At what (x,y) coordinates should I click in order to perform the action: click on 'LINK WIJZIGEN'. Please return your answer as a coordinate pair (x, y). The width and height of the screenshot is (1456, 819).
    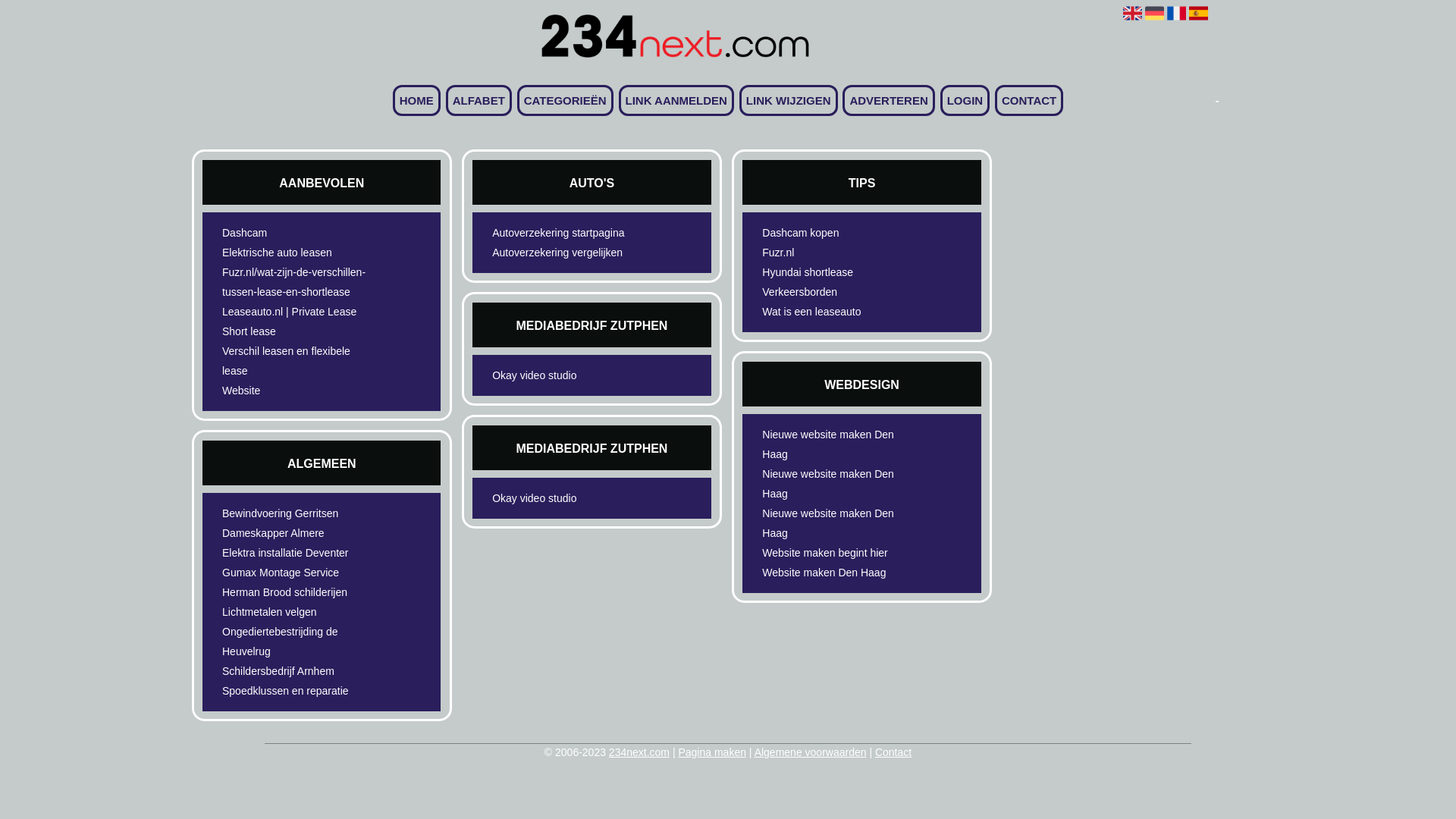
    Looking at the image, I should click on (789, 100).